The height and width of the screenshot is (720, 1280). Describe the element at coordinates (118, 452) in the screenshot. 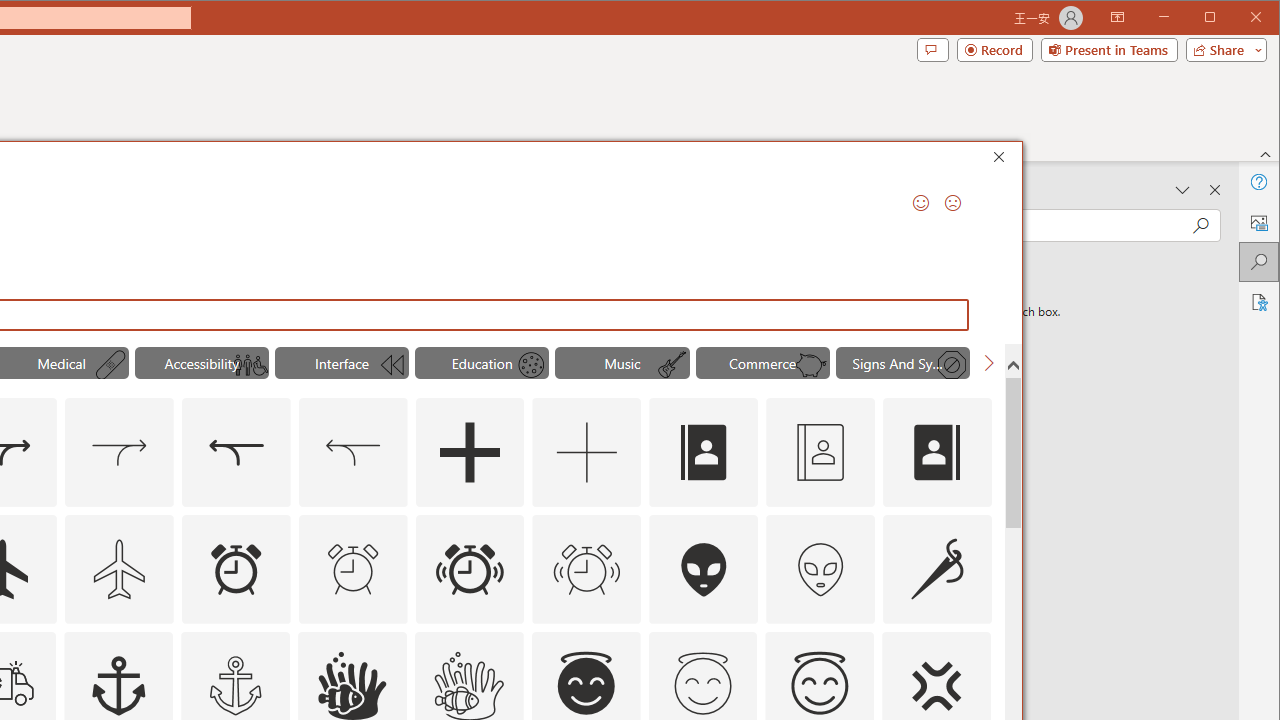

I see `'AutomationID: Icons_Acquisition_LTR_M'` at that location.